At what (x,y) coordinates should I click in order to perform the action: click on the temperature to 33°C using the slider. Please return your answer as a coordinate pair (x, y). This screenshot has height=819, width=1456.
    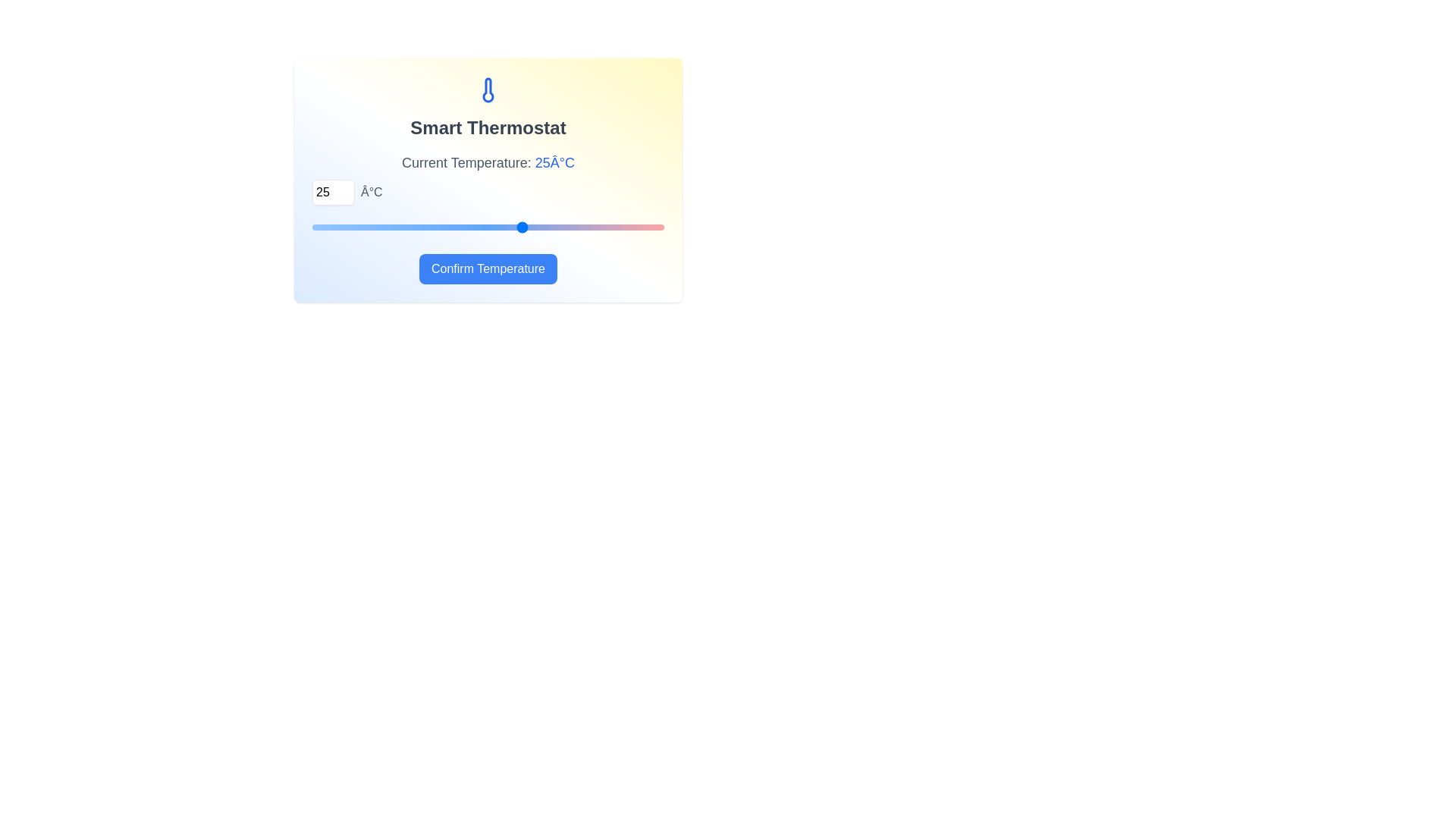
    Looking at the image, I should click on (635, 227).